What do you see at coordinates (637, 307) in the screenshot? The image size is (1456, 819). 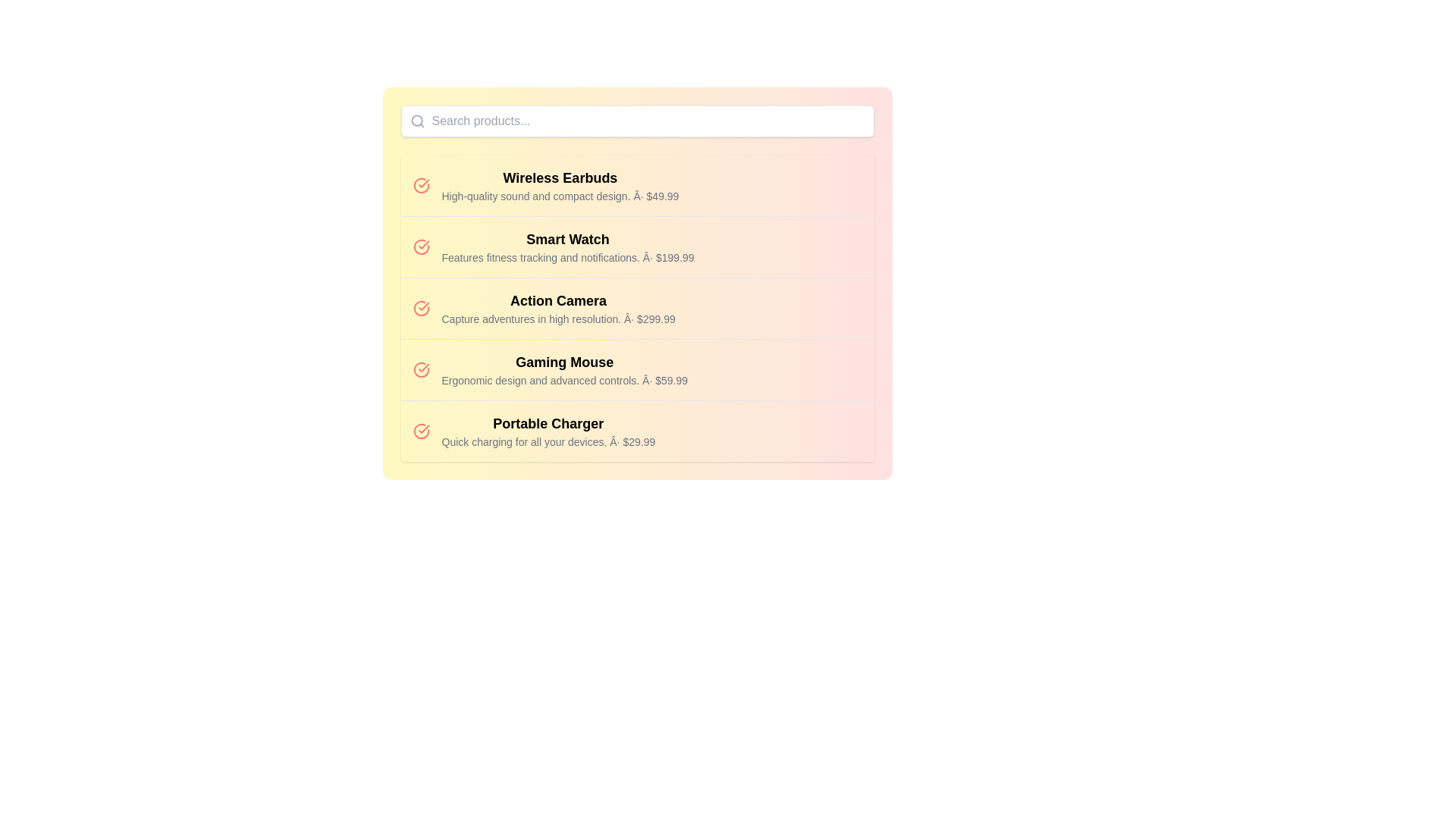 I see `the product display widget for the Action Camera, which is the third item in the vertical list of products` at bounding box center [637, 307].